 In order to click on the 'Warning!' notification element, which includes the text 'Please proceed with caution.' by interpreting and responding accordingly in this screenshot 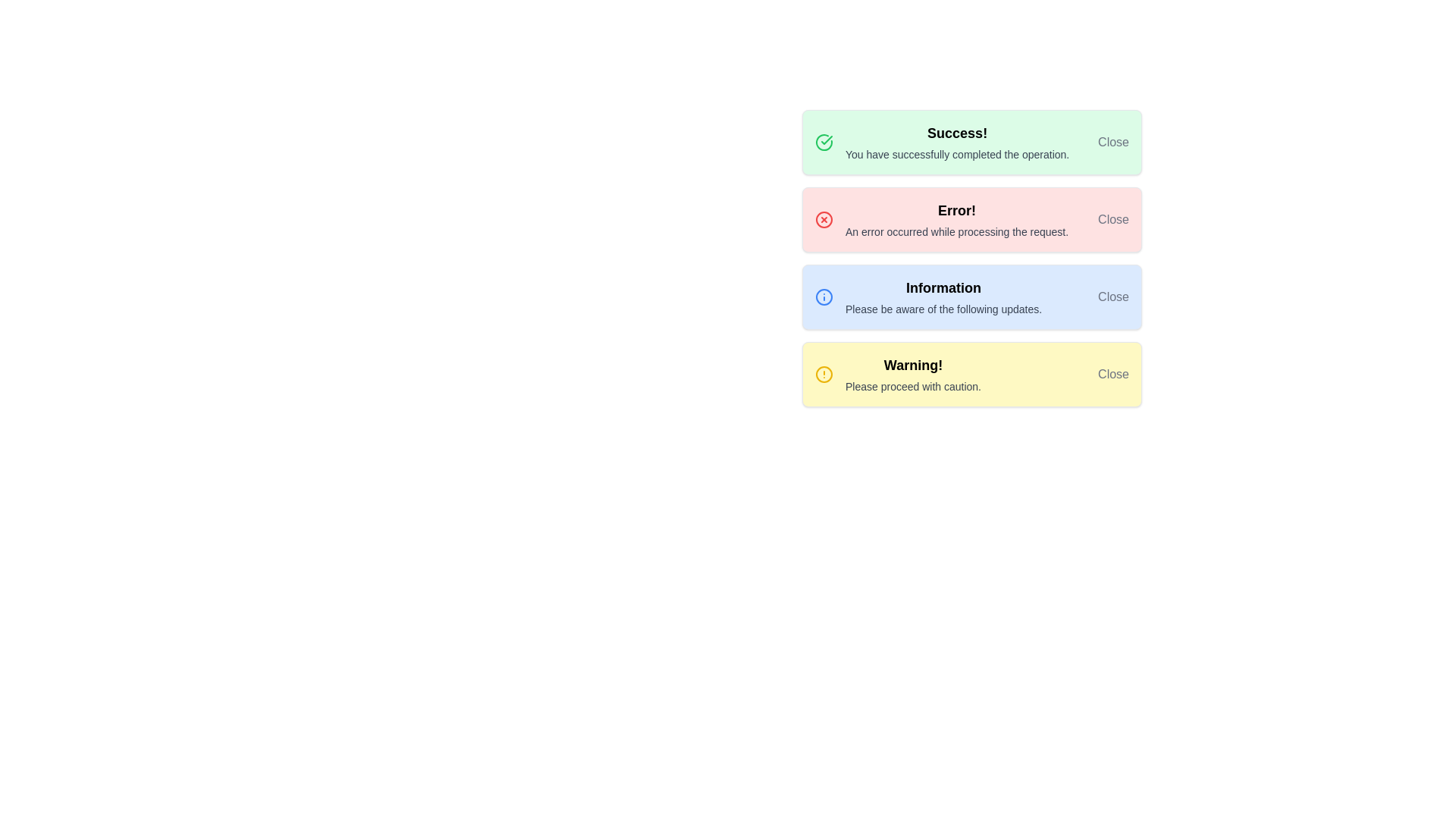, I will do `click(912, 374)`.